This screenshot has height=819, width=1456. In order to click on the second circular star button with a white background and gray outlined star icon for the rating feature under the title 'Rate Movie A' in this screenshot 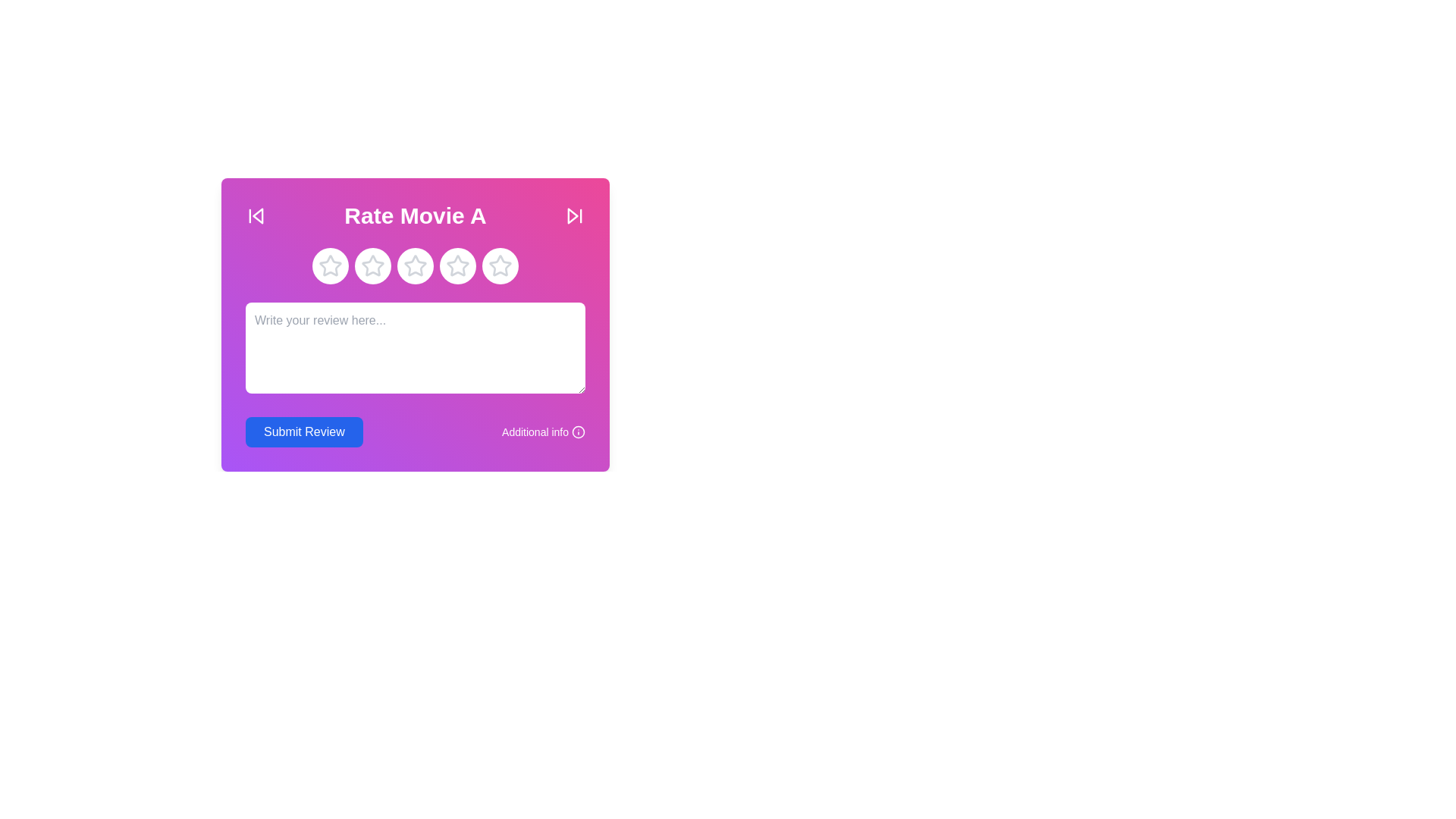, I will do `click(372, 265)`.